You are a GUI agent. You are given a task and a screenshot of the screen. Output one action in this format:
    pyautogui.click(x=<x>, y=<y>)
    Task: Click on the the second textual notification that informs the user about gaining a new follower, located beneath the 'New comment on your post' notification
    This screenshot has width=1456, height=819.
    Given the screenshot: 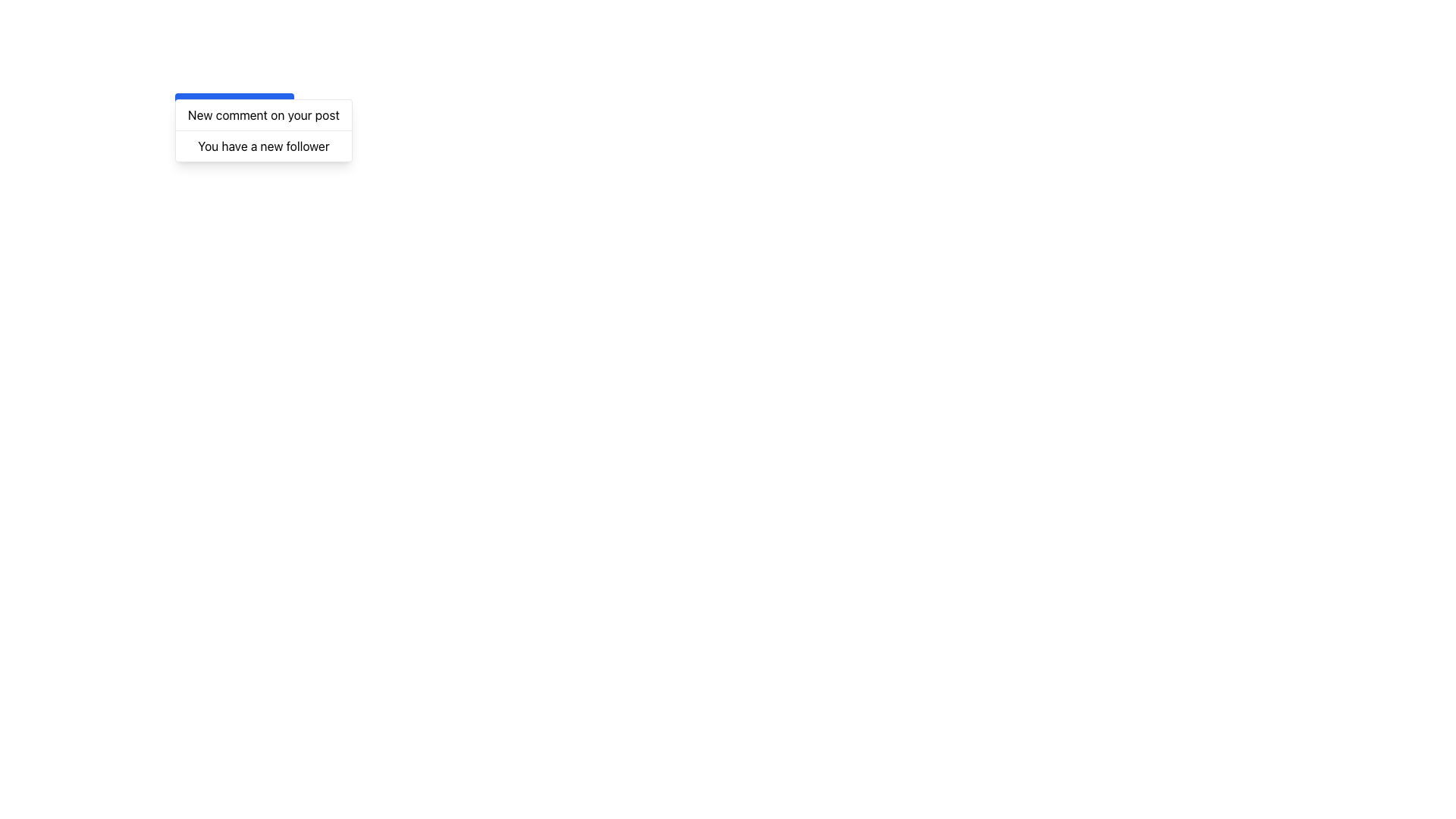 What is the action you would take?
    pyautogui.click(x=263, y=146)
    